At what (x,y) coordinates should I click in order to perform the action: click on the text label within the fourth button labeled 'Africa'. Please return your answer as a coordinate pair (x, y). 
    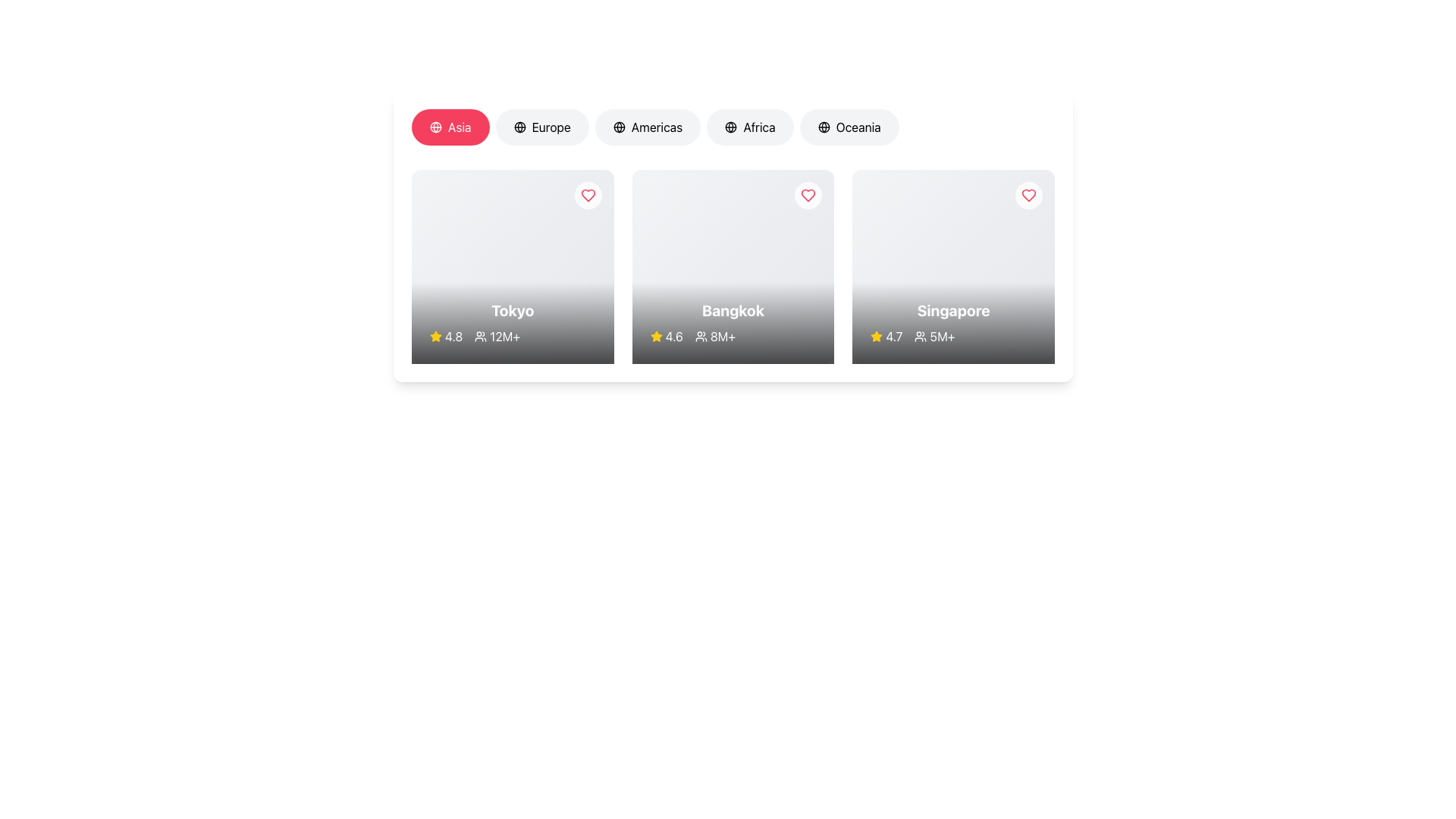
    Looking at the image, I should click on (759, 127).